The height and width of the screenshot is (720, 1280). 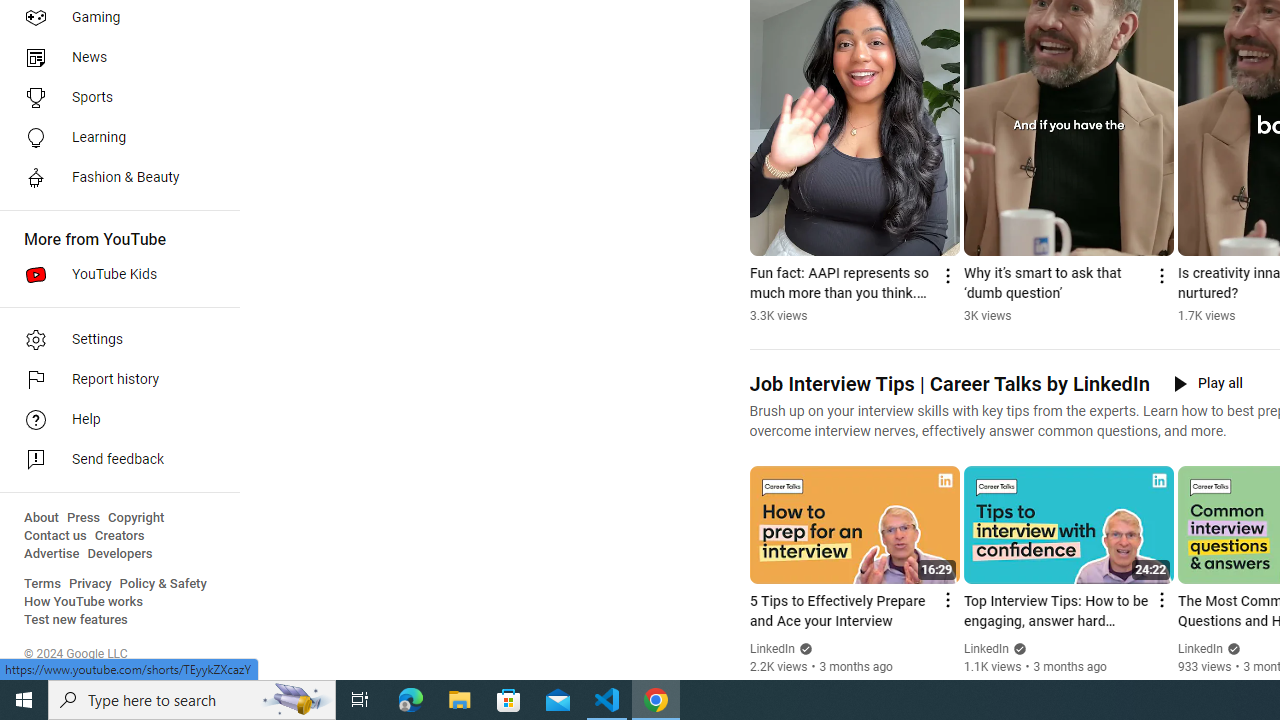 What do you see at coordinates (51, 554) in the screenshot?
I see `'Advertise'` at bounding box center [51, 554].